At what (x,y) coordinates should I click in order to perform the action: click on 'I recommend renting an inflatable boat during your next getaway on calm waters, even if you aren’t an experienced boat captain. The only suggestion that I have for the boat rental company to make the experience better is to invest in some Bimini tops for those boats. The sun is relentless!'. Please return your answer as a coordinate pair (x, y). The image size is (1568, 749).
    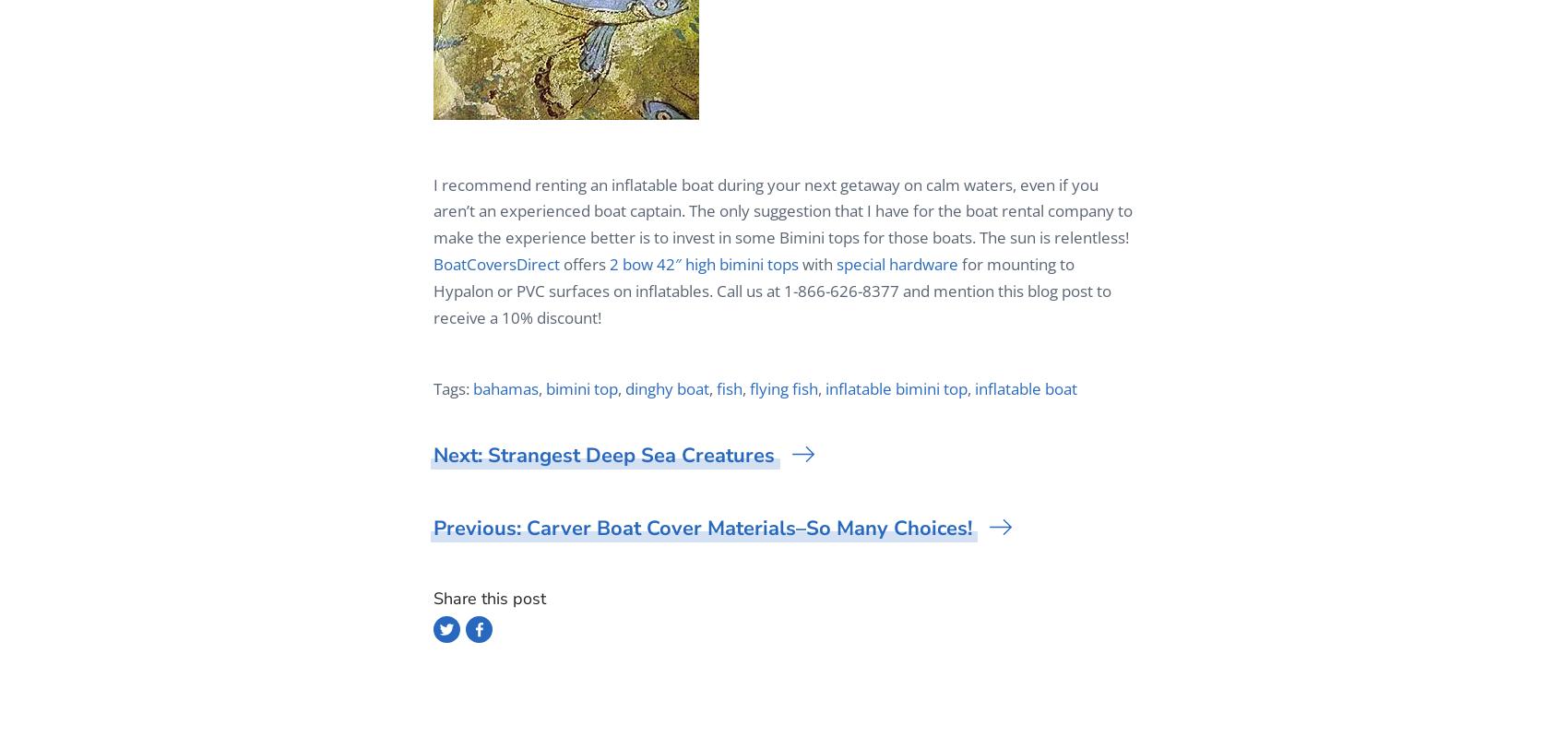
    Looking at the image, I should click on (781, 210).